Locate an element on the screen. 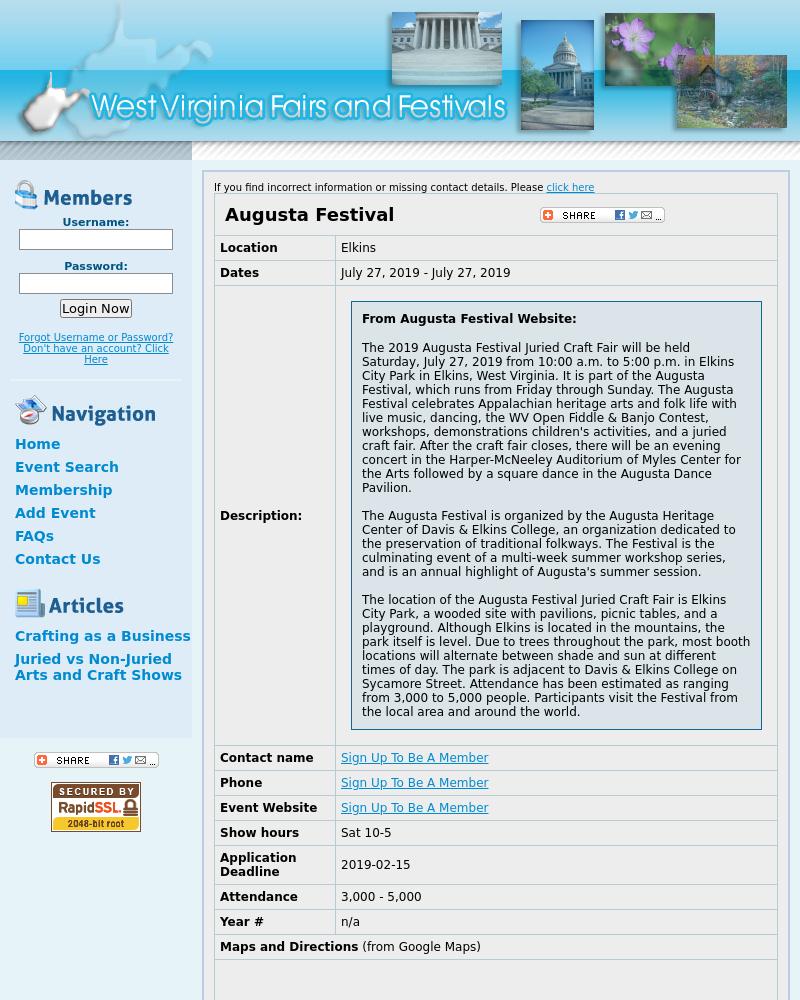 Image resolution: width=800 pixels, height=1000 pixels. 'Phone' is located at coordinates (240, 783).